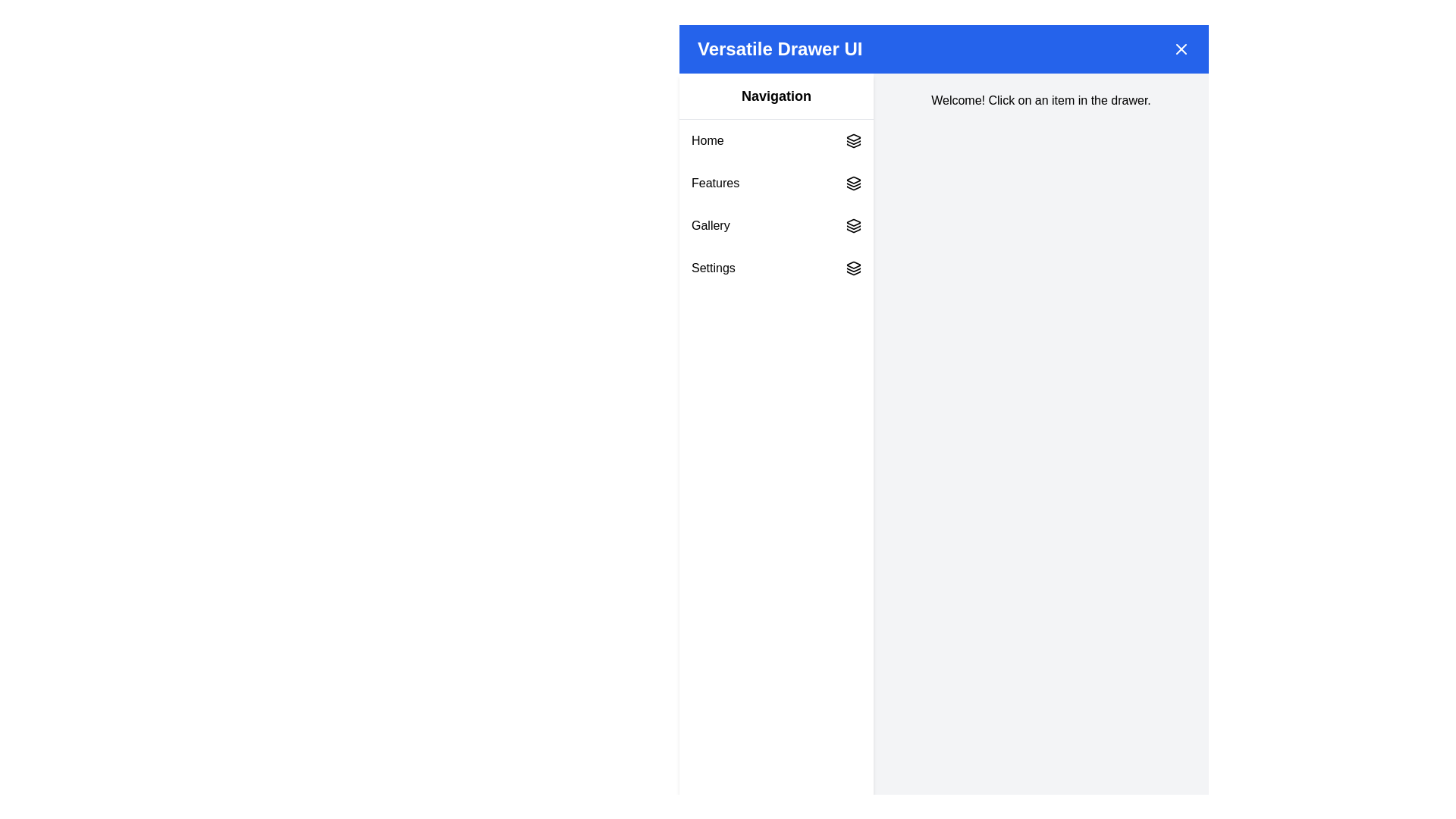 The image size is (1456, 819). What do you see at coordinates (776, 183) in the screenshot?
I see `the second navigation menu item labeled 'Features'` at bounding box center [776, 183].